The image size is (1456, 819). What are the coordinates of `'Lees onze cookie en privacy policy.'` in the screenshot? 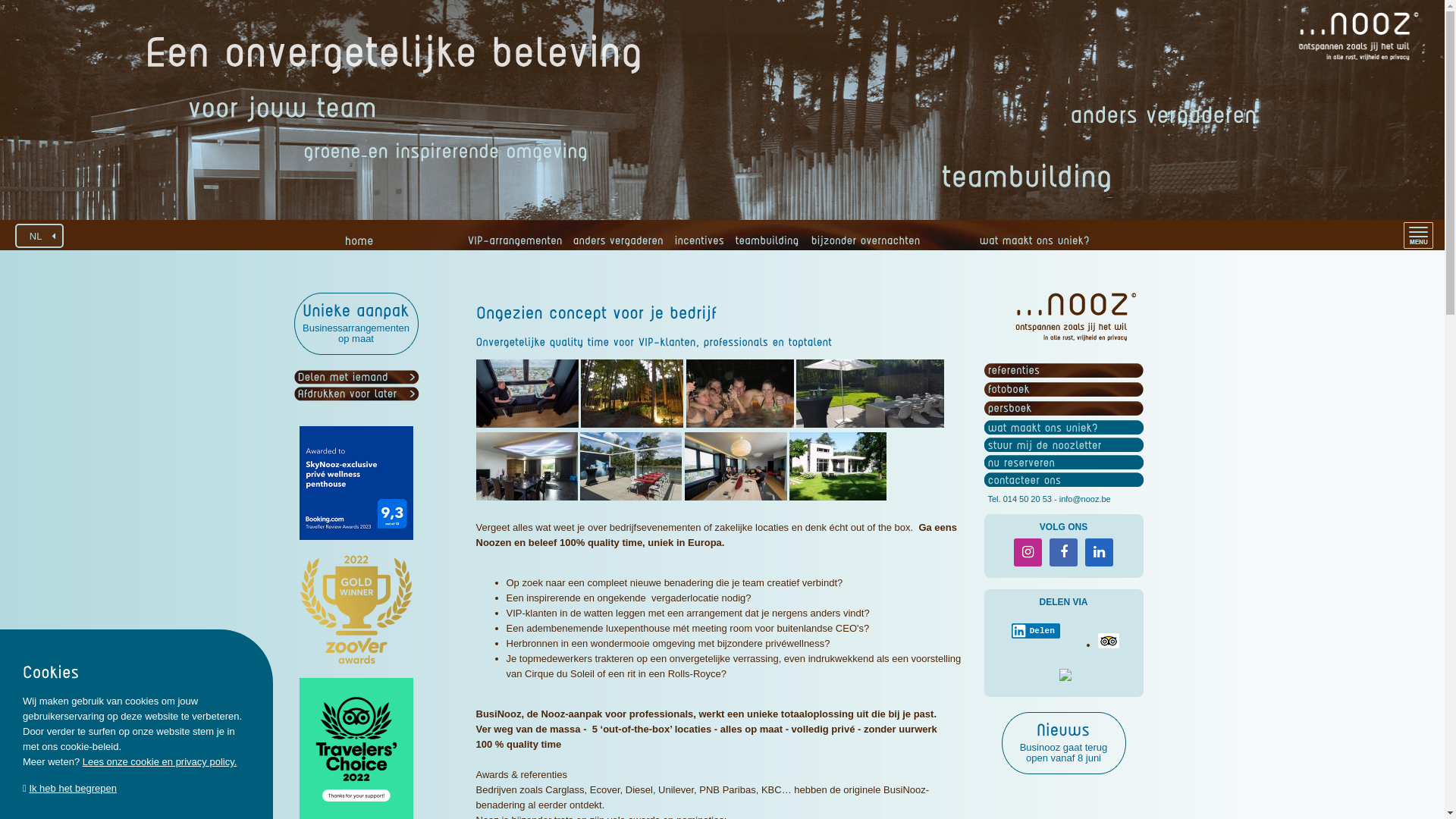 It's located at (82, 761).